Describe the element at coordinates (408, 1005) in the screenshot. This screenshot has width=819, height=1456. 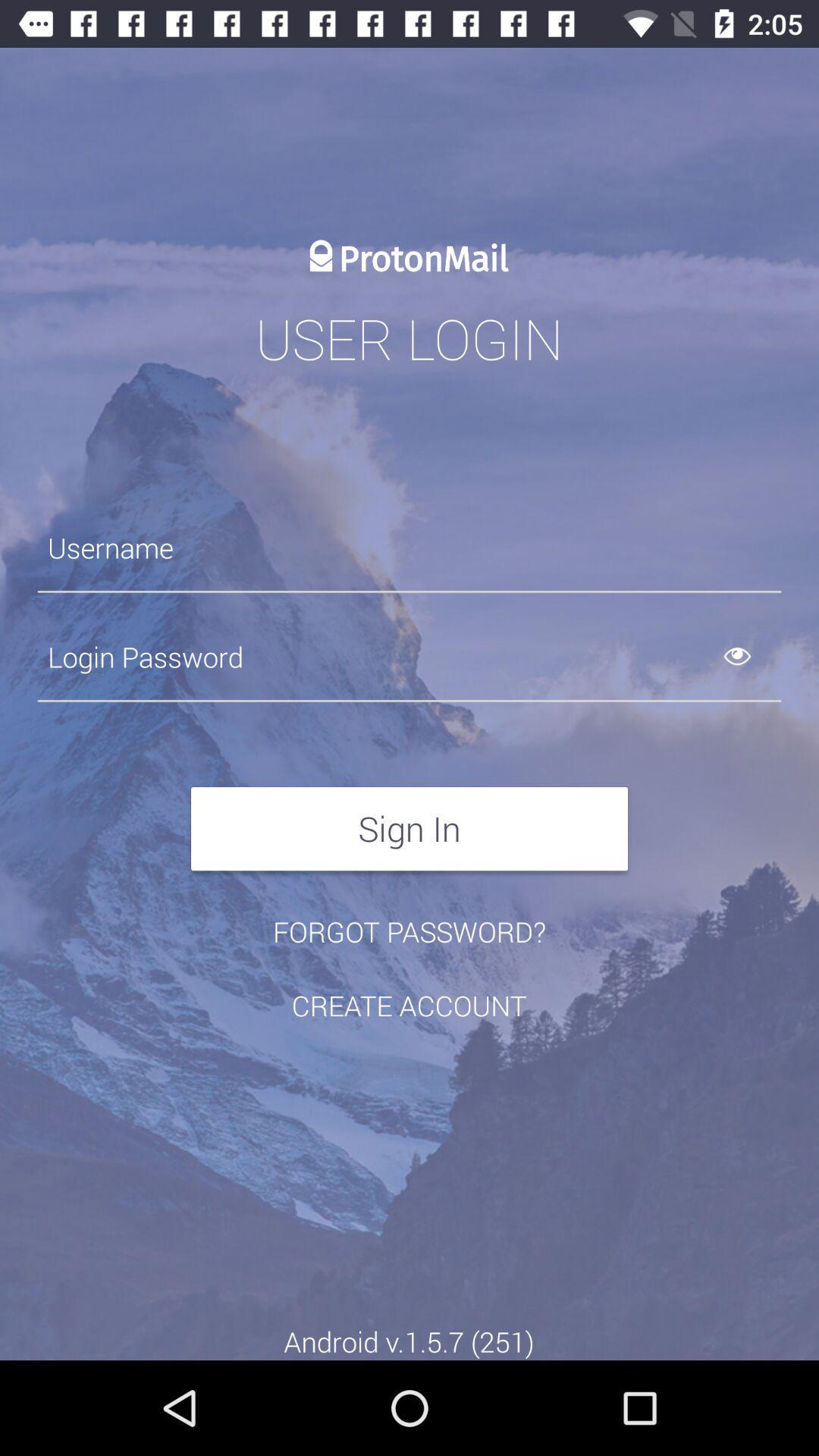
I see `the item above the android v 1 icon` at that location.